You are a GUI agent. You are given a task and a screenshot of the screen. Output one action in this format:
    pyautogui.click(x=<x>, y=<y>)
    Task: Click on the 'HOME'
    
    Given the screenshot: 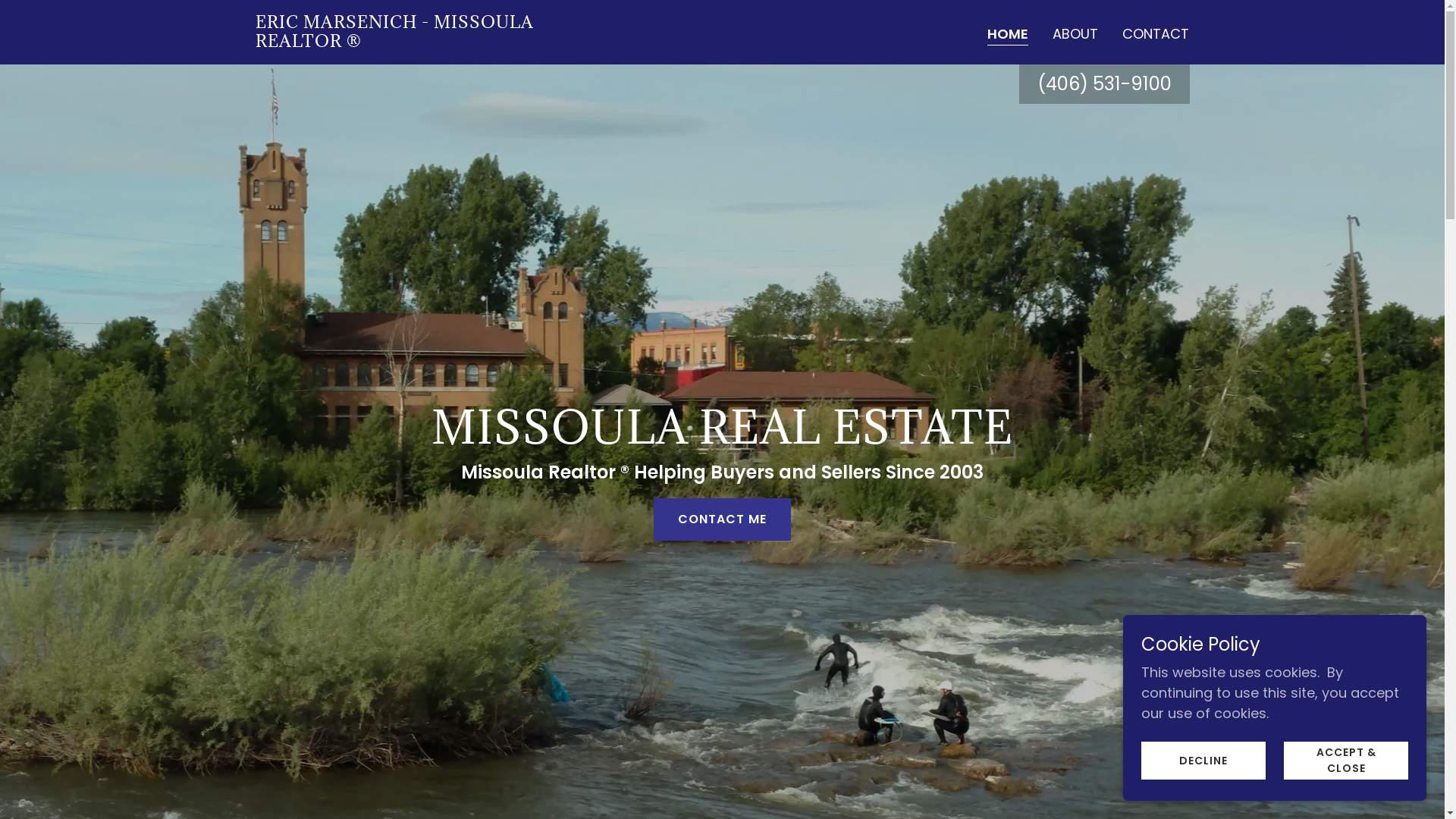 What is the action you would take?
    pyautogui.click(x=1008, y=34)
    